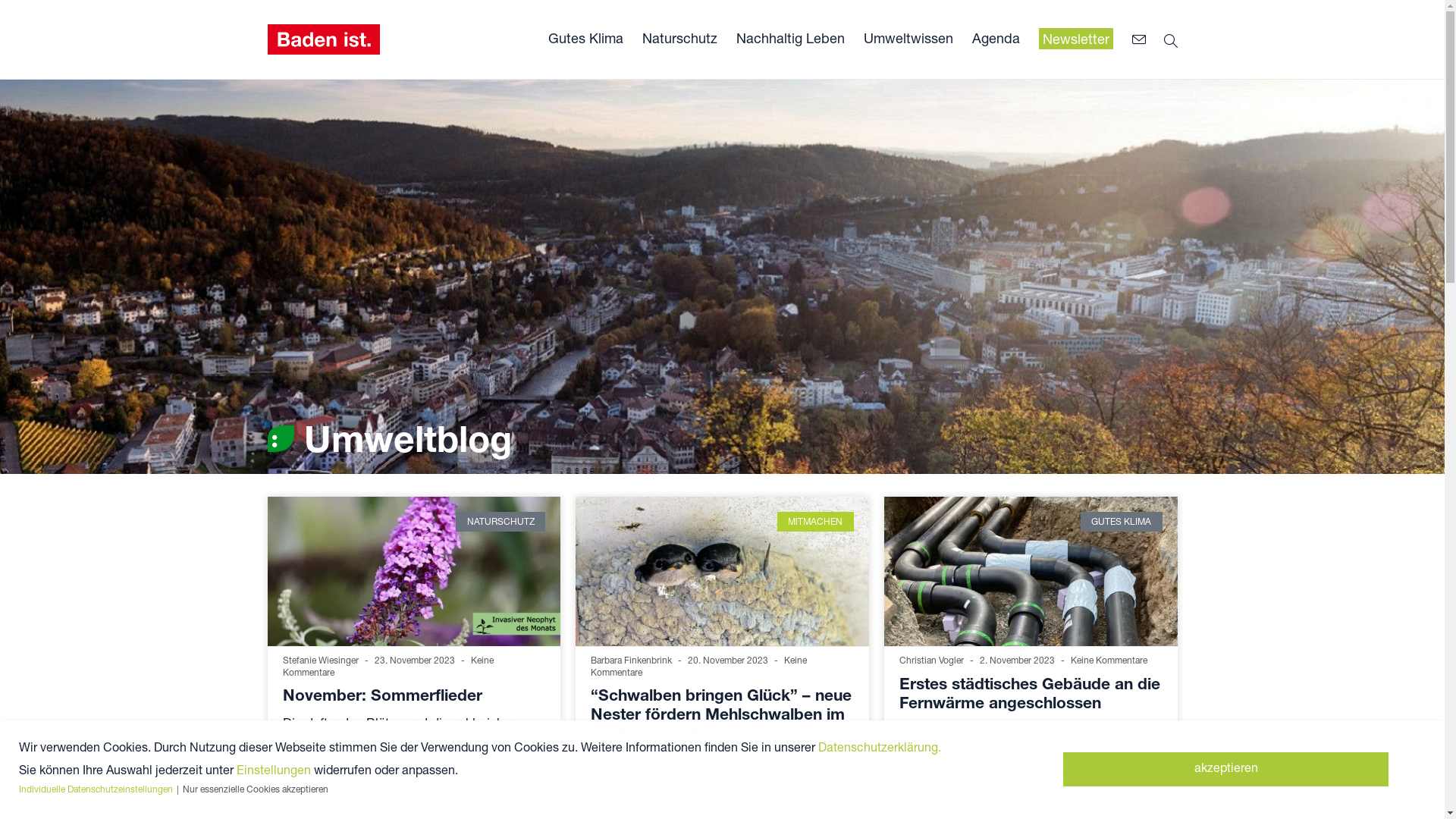 This screenshot has height=819, width=1456. Describe the element at coordinates (584, 37) in the screenshot. I see `'Gutes Klima'` at that location.